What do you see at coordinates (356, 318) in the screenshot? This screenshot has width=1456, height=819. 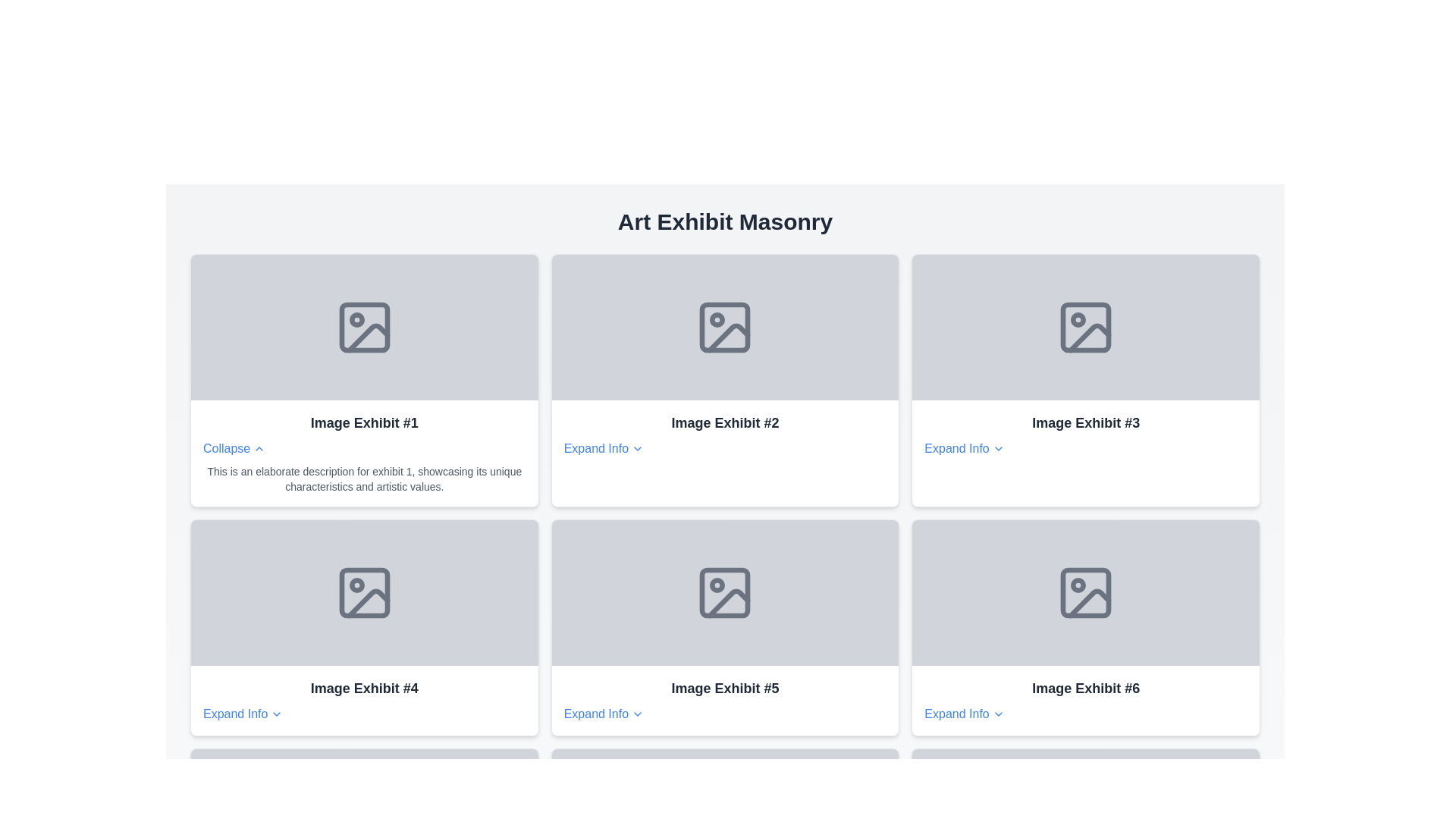 I see `the Circle graphical element, which serves as a marker or indicator within the graphic of 'Image Exhibit #1'` at bounding box center [356, 318].